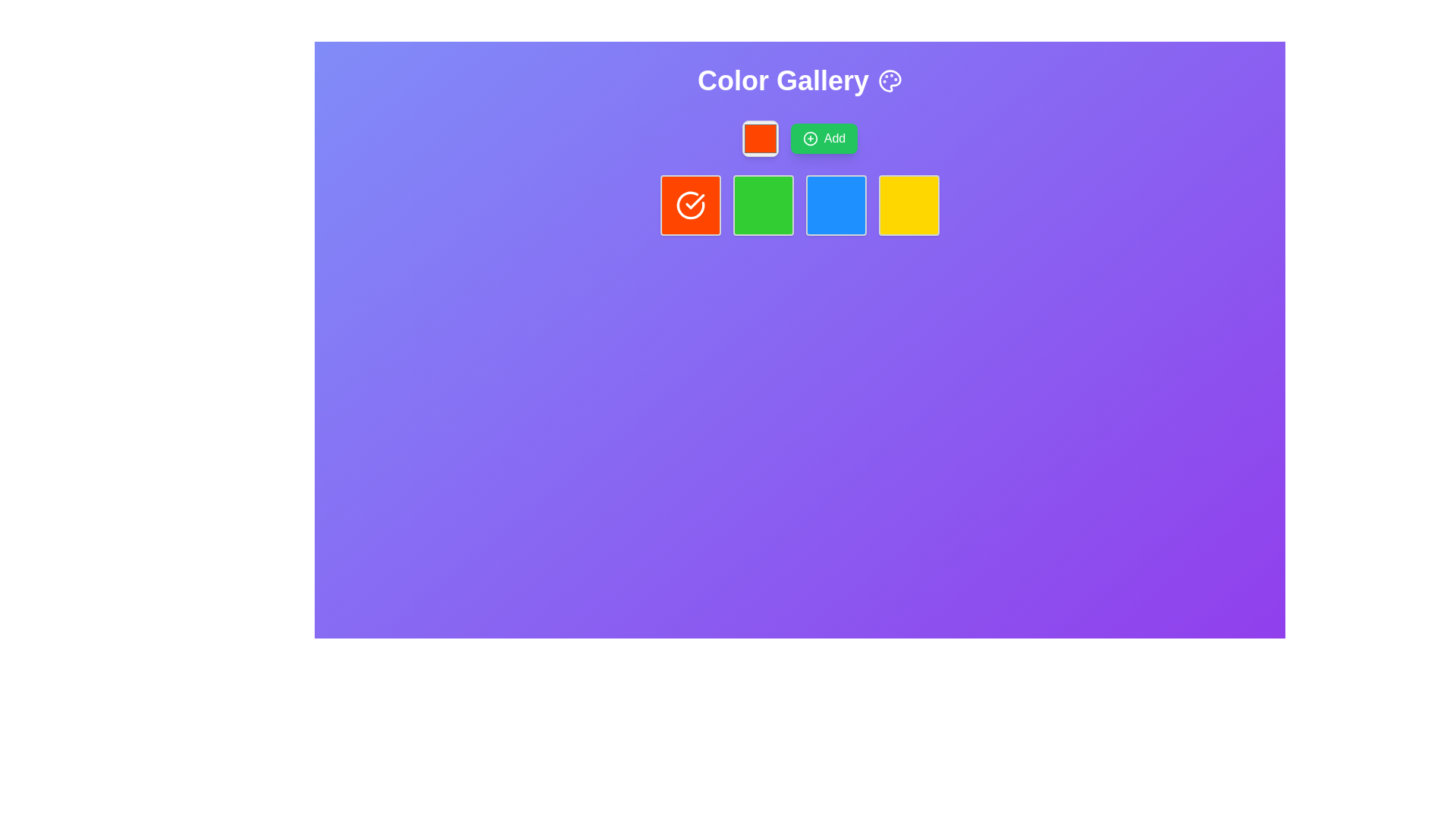 The height and width of the screenshot is (819, 1456). I want to click on the green button-like component with rounded corners located under the 'Color Gallery' title, so click(764, 205).